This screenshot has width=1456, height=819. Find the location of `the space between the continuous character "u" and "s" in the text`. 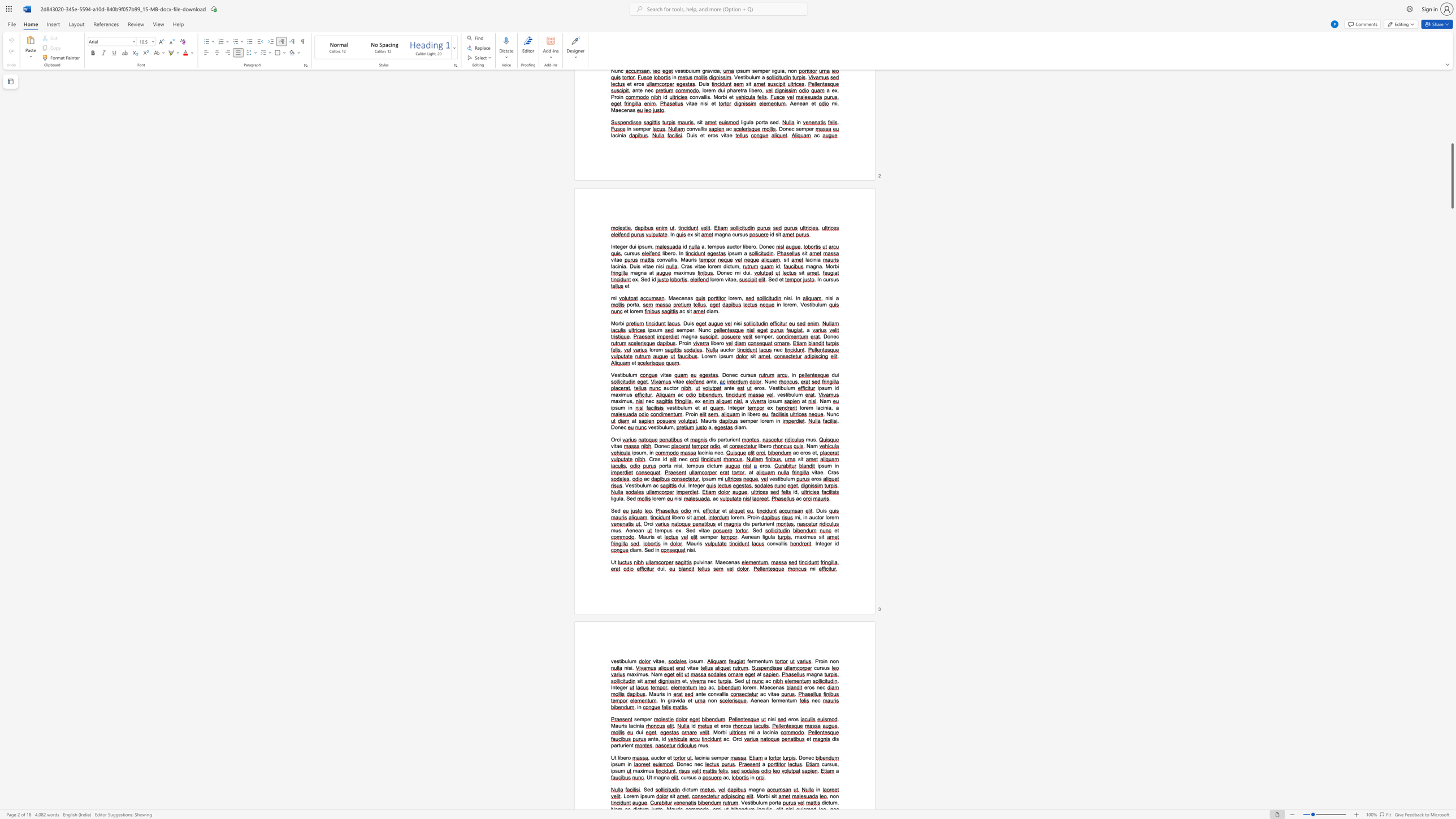

the space between the continuous character "u" and "s" in the text is located at coordinates (813, 536).